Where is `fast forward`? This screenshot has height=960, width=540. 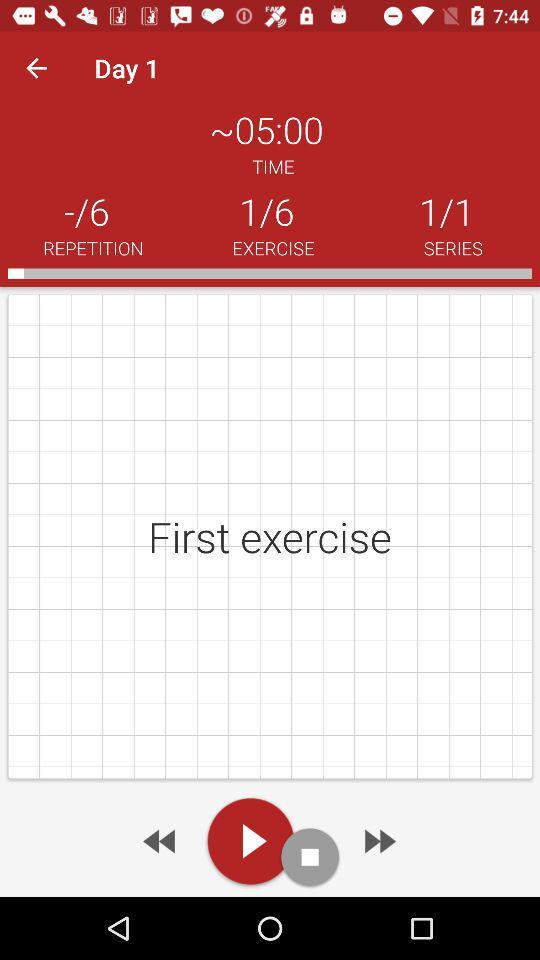 fast forward is located at coordinates (378, 840).